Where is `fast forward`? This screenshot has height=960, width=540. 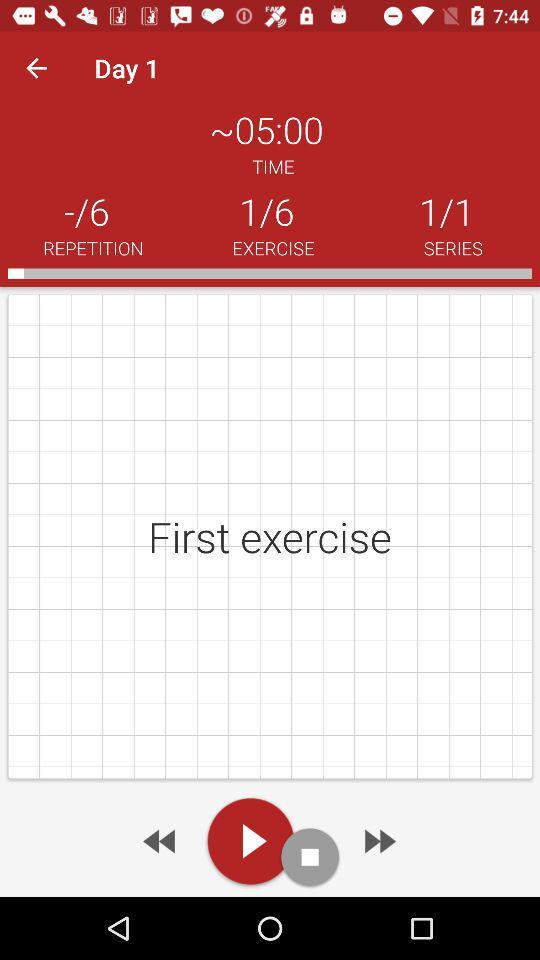 fast forward is located at coordinates (378, 840).